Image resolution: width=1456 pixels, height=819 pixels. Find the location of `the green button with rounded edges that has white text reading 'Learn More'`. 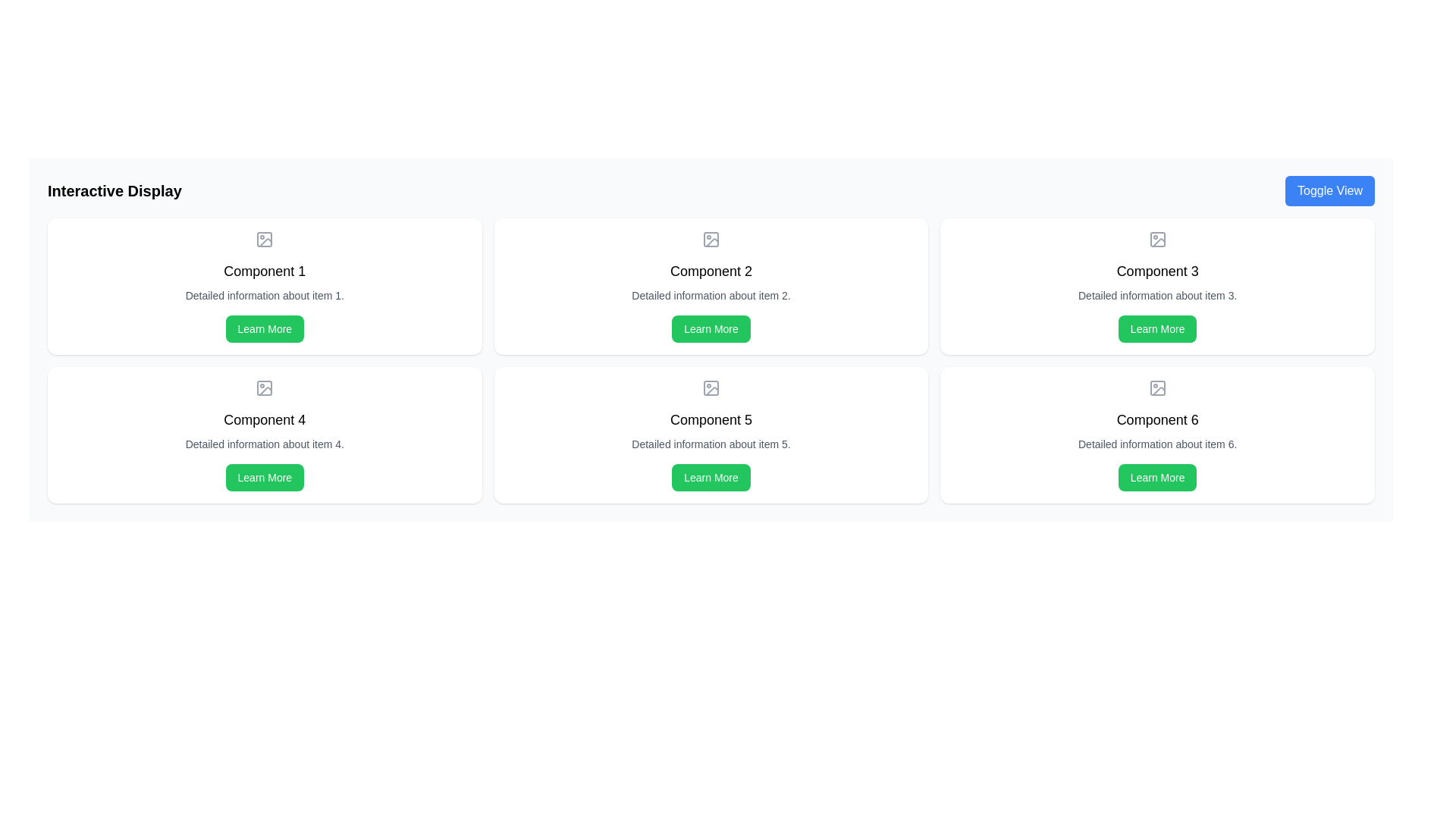

the green button with rounded edges that has white text reading 'Learn More' is located at coordinates (265, 328).